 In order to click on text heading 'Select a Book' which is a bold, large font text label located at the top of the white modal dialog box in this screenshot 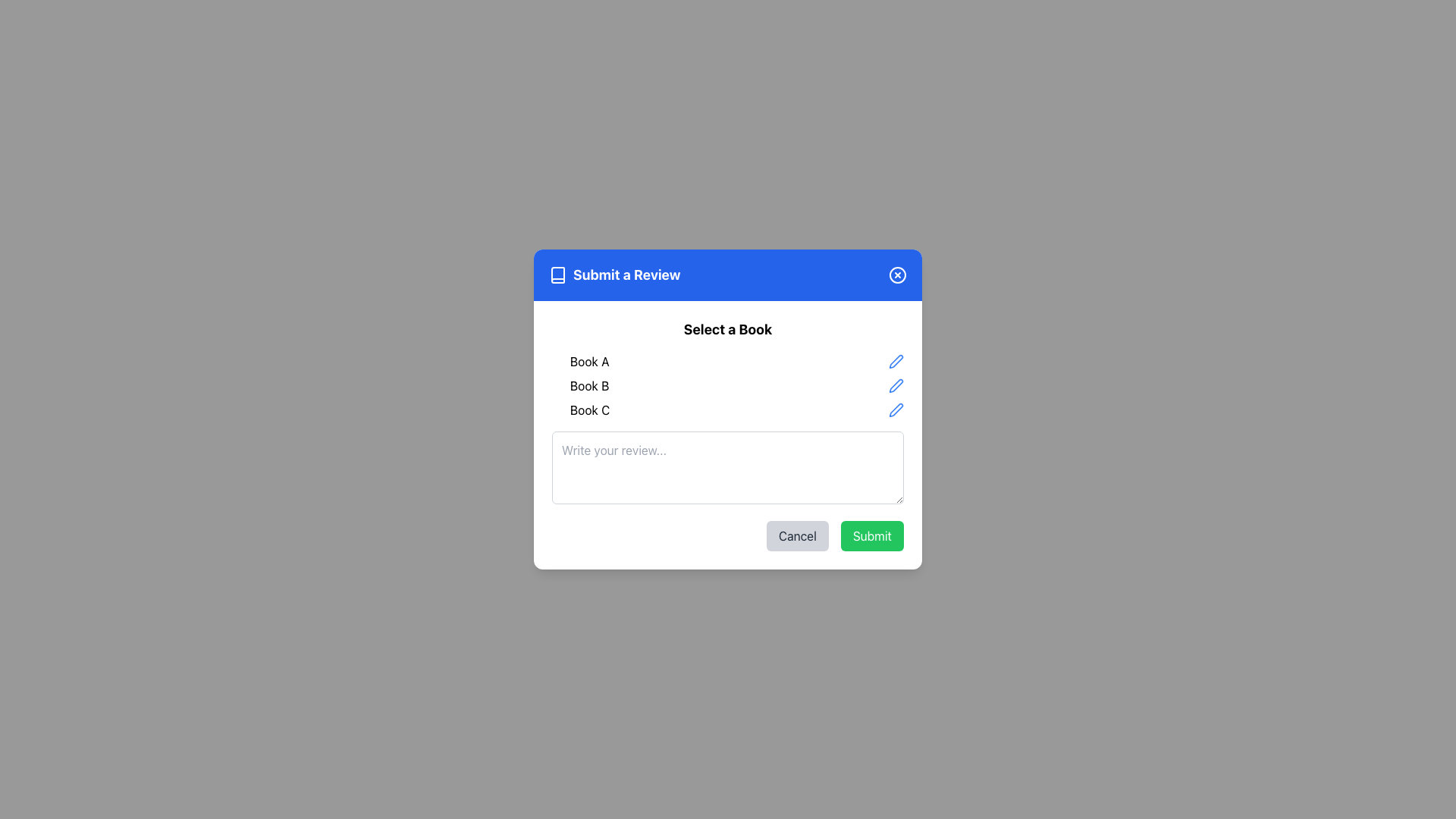, I will do `click(728, 329)`.